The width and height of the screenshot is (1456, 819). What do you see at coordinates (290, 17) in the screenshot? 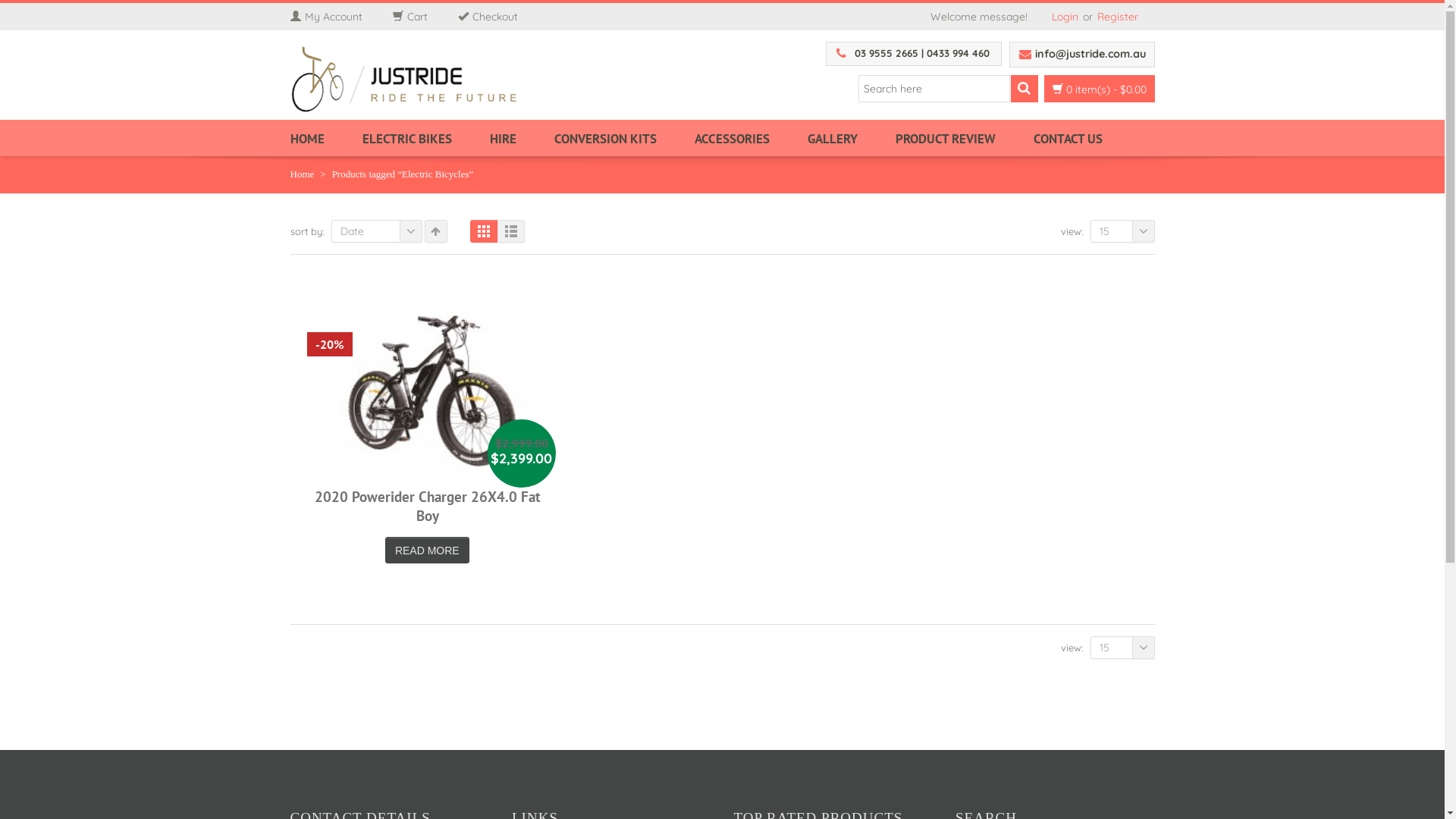
I see `'My Account'` at bounding box center [290, 17].